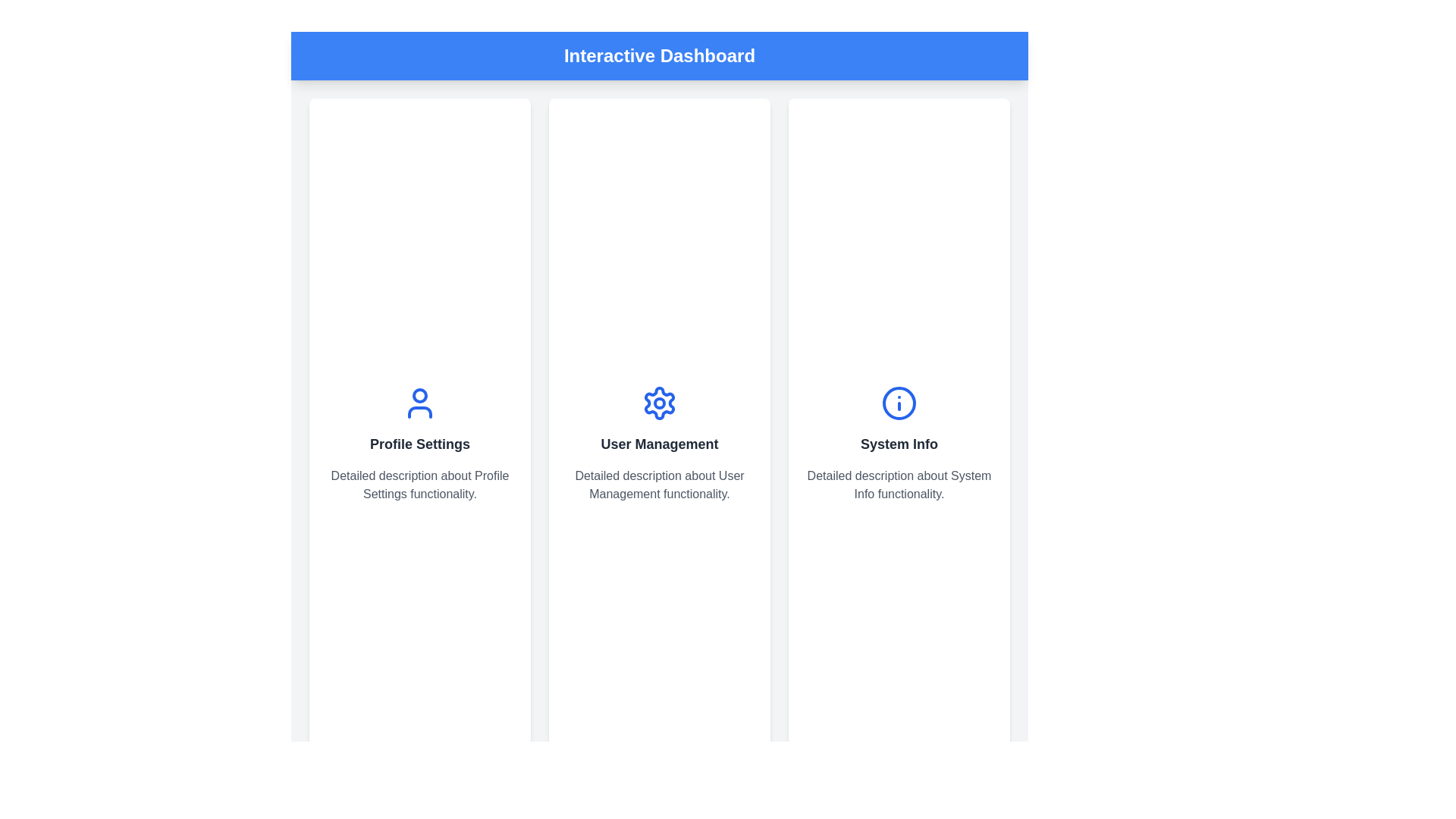  What do you see at coordinates (899, 403) in the screenshot?
I see `the informational icon for 'System Info' located centrally on the right side of the dashboard interface` at bounding box center [899, 403].